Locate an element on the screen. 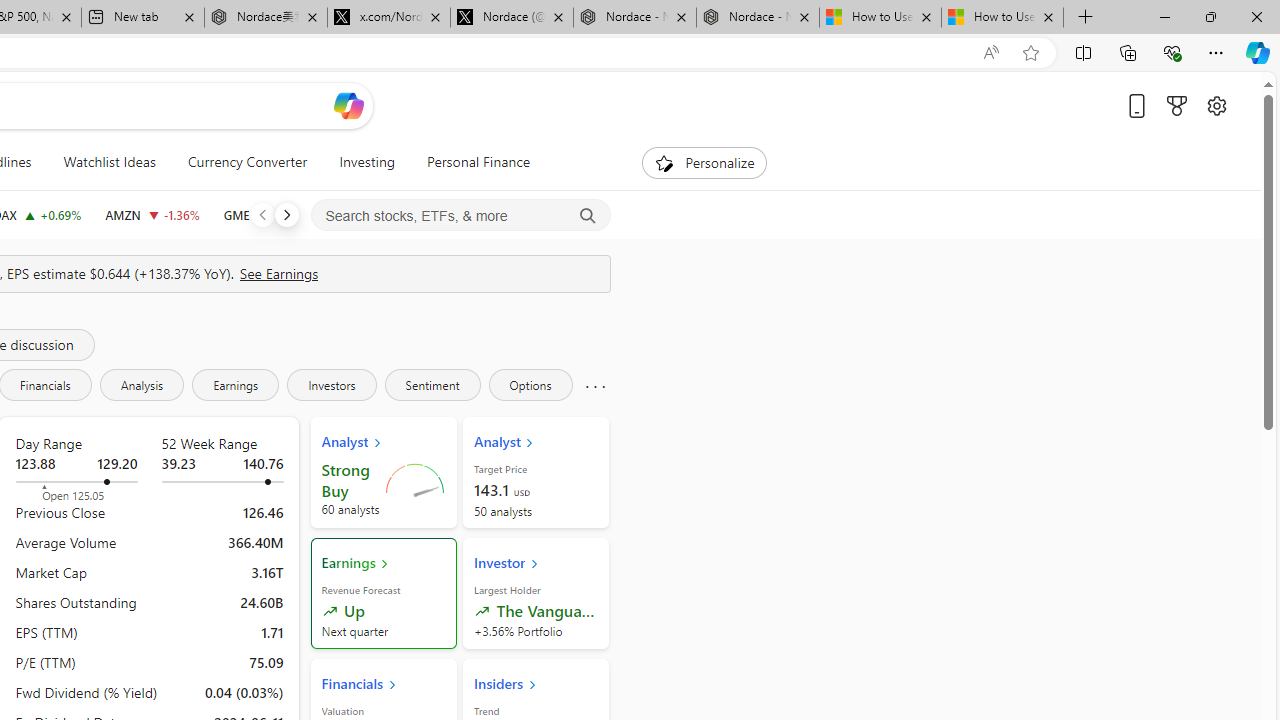 This screenshot has width=1280, height=720. 'Options' is located at coordinates (530, 384).